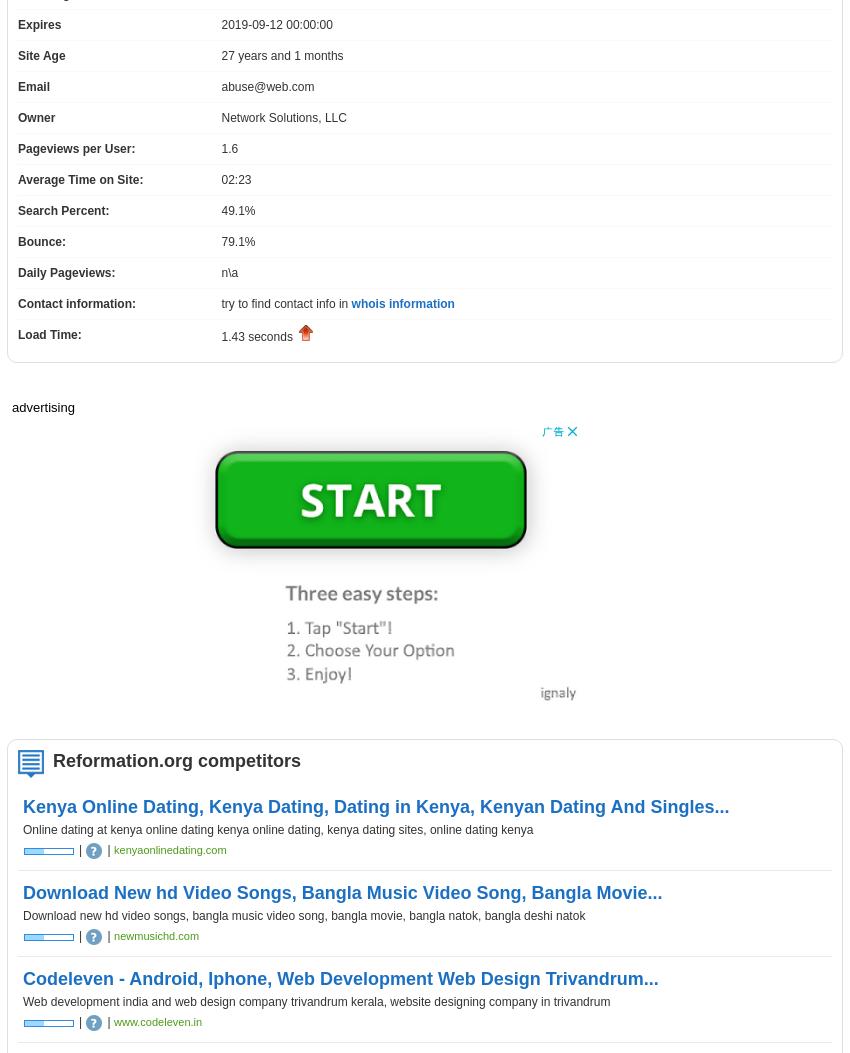 Image resolution: width=850 pixels, height=1053 pixels. I want to click on 'advertising', so click(10, 407).